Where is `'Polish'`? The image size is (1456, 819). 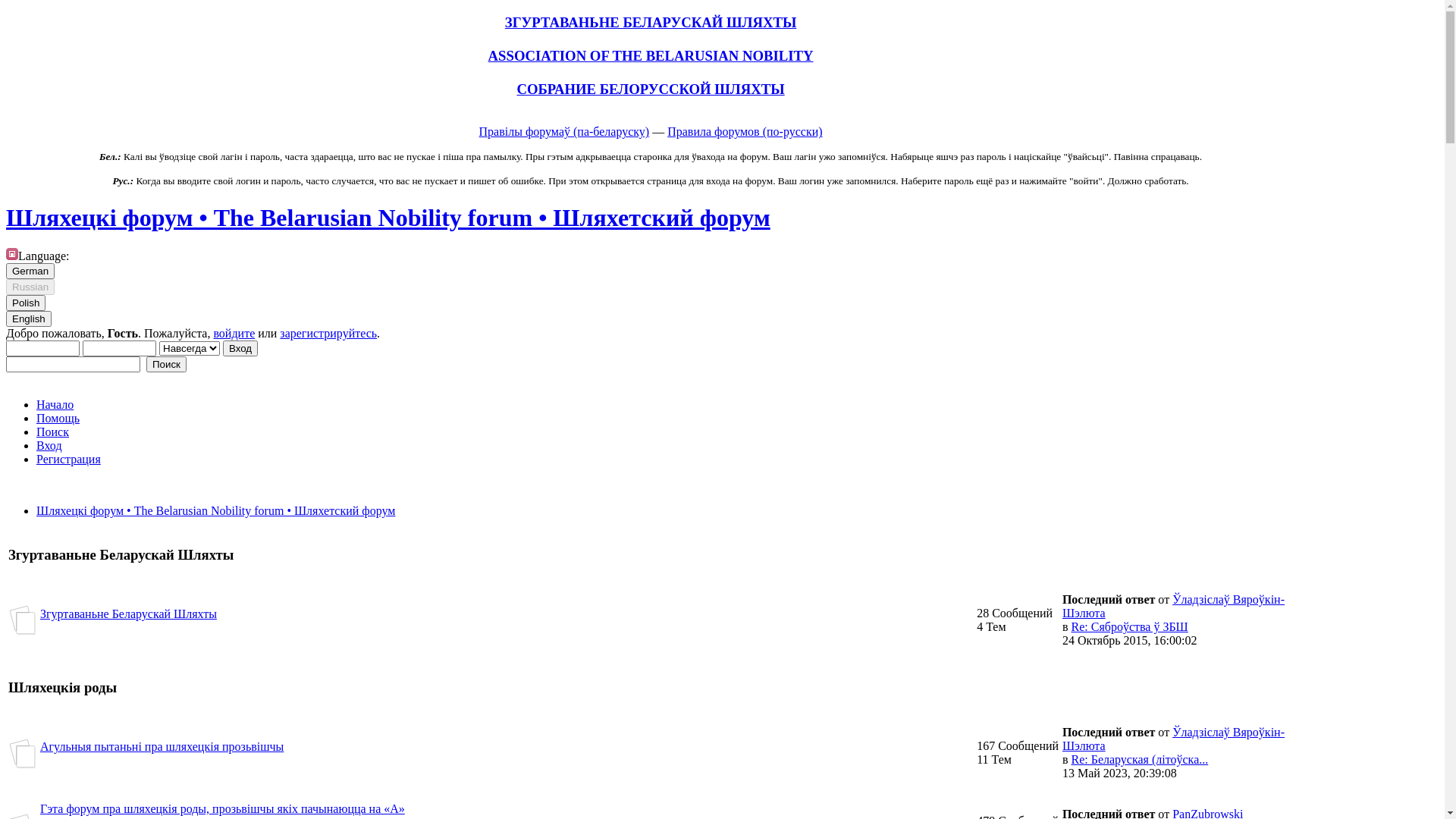
'Polish' is located at coordinates (25, 303).